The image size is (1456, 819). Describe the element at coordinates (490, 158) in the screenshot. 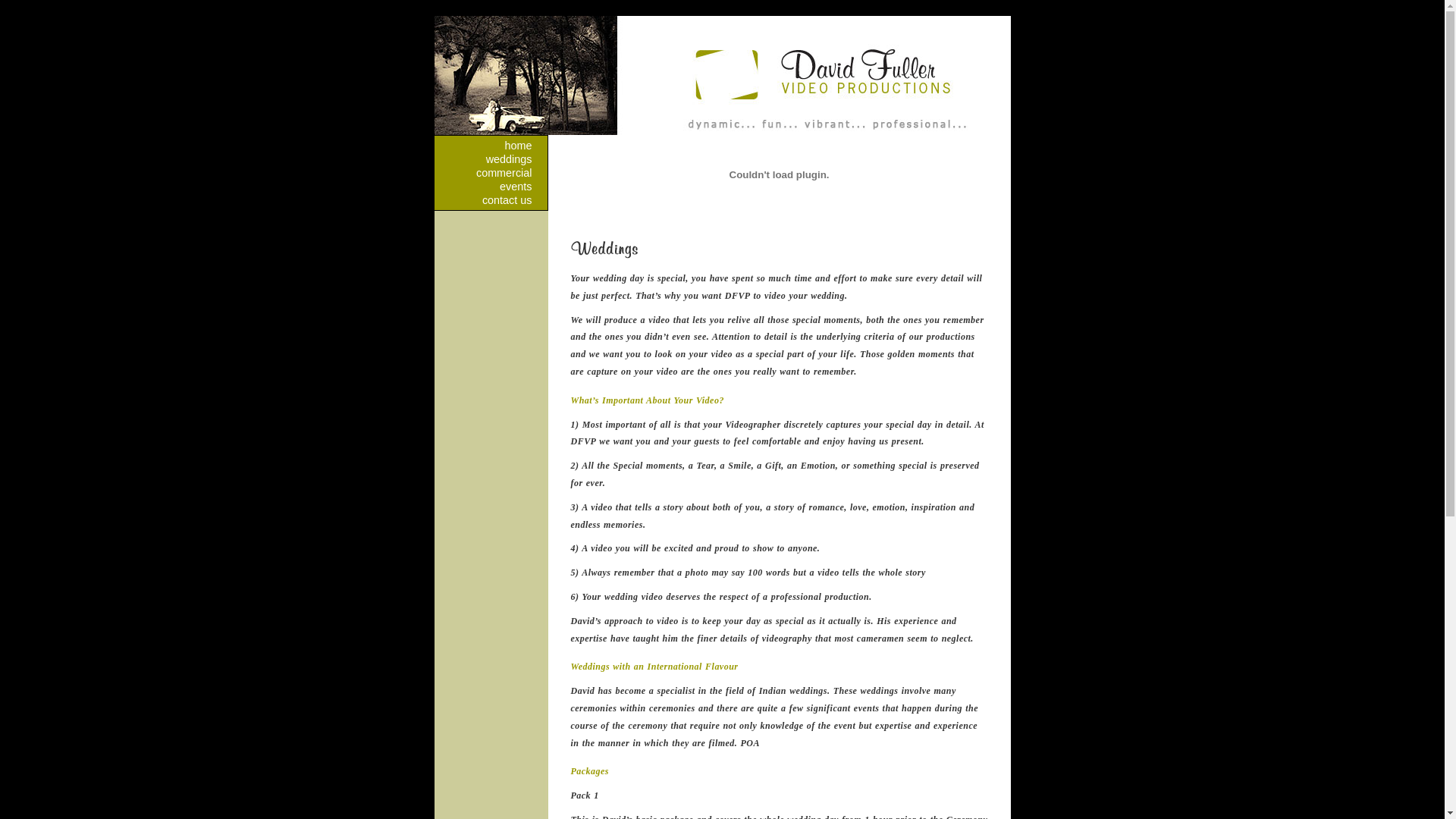

I see `'weddings'` at that location.